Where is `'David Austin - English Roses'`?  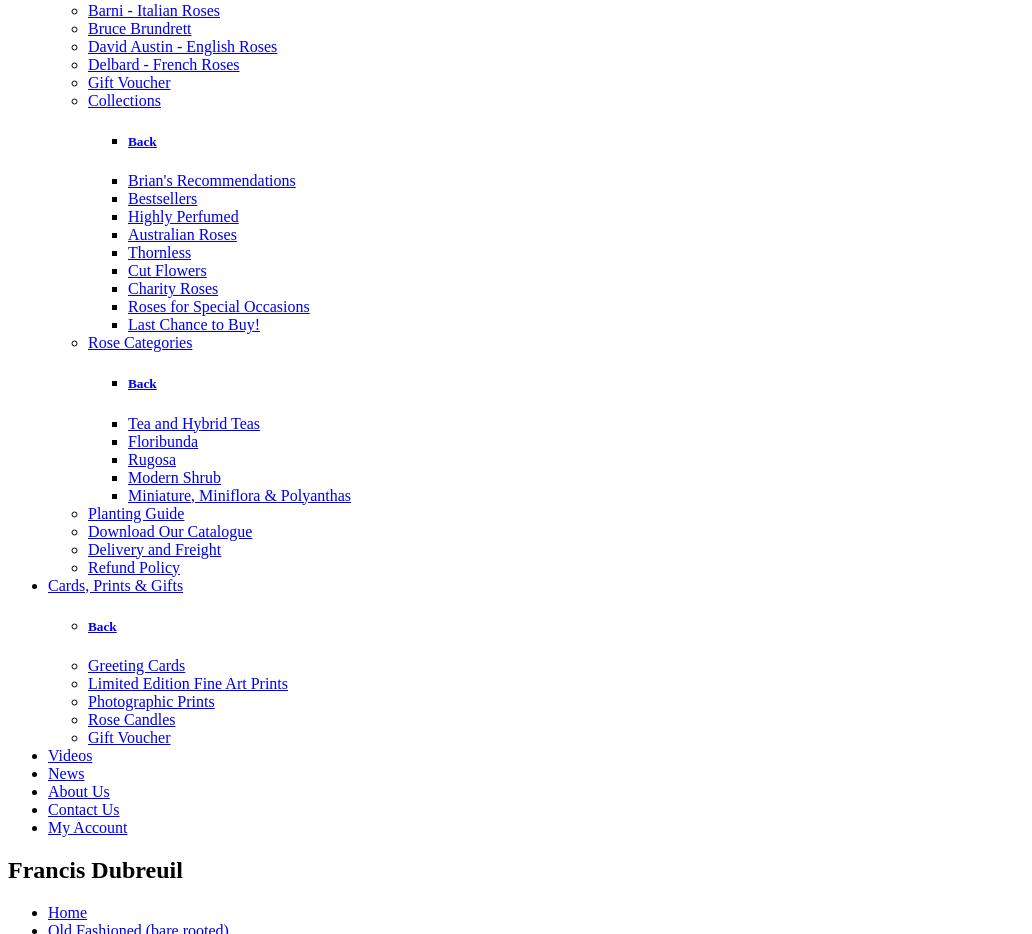
'David Austin - English Roses' is located at coordinates (181, 44).